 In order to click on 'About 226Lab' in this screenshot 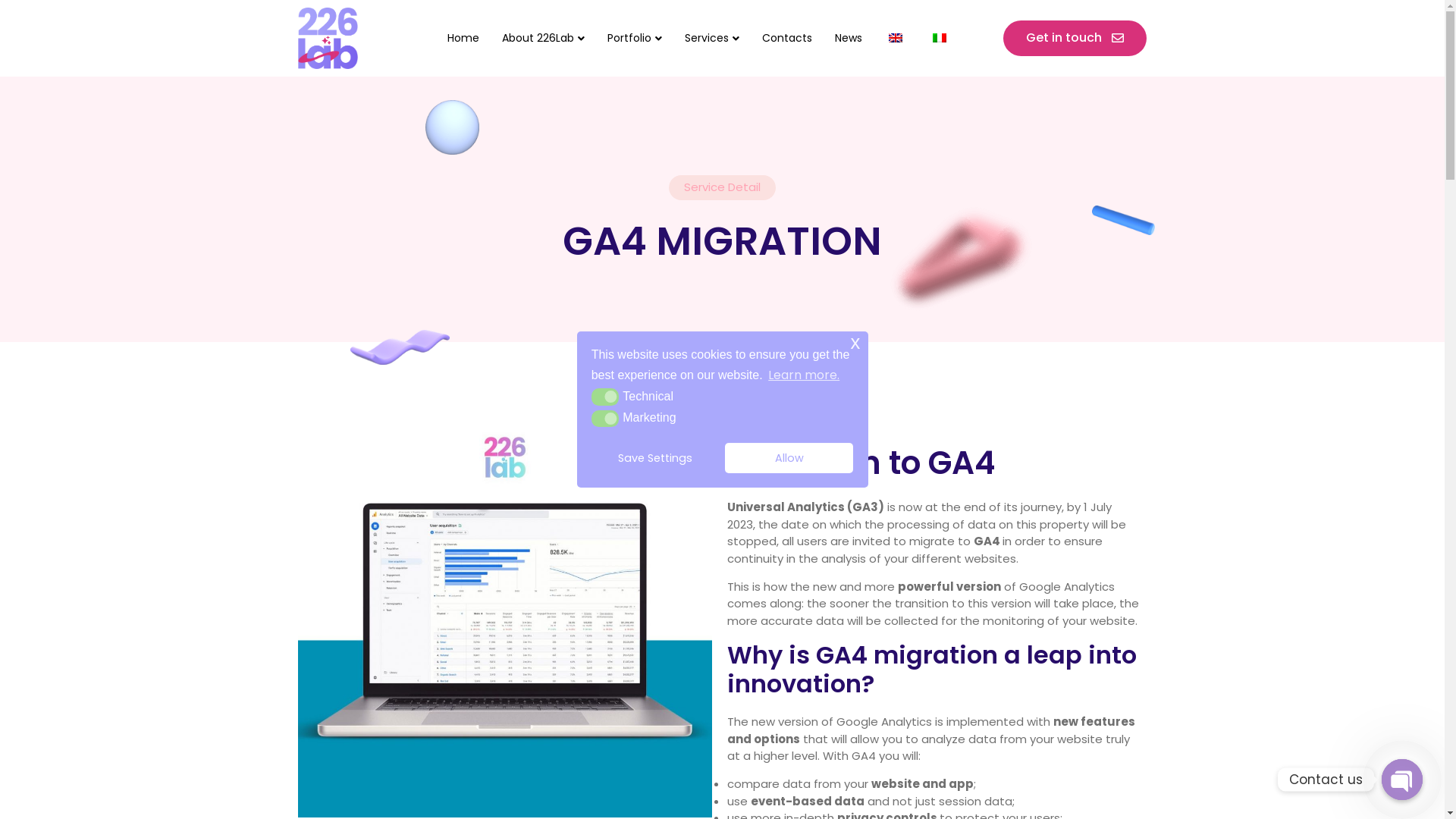, I will do `click(543, 37)`.